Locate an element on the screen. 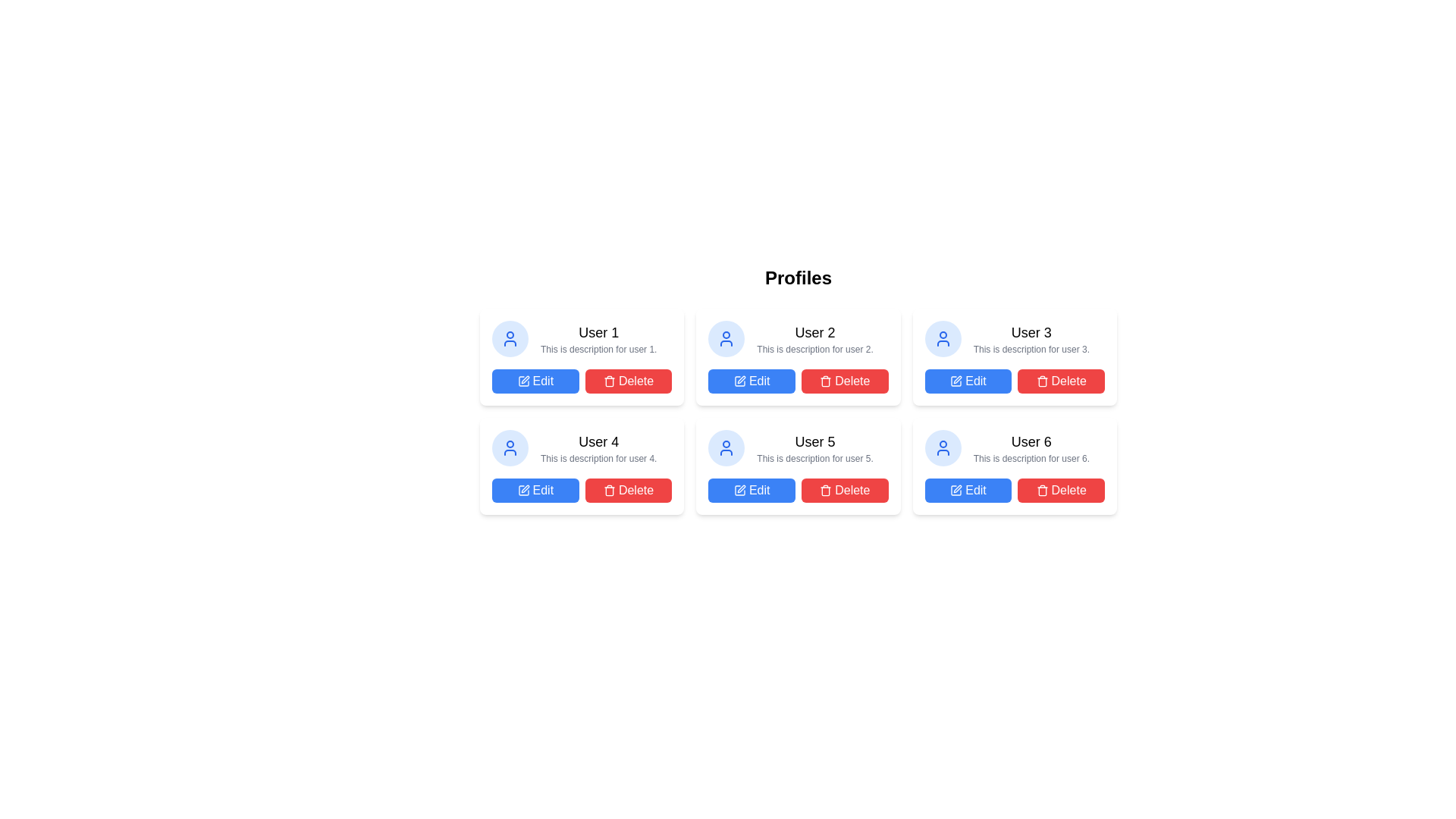  the text label displaying 'User 5' which is positioned above the description text in the user profile card located in the second row, third column of the grid is located at coordinates (814, 441).